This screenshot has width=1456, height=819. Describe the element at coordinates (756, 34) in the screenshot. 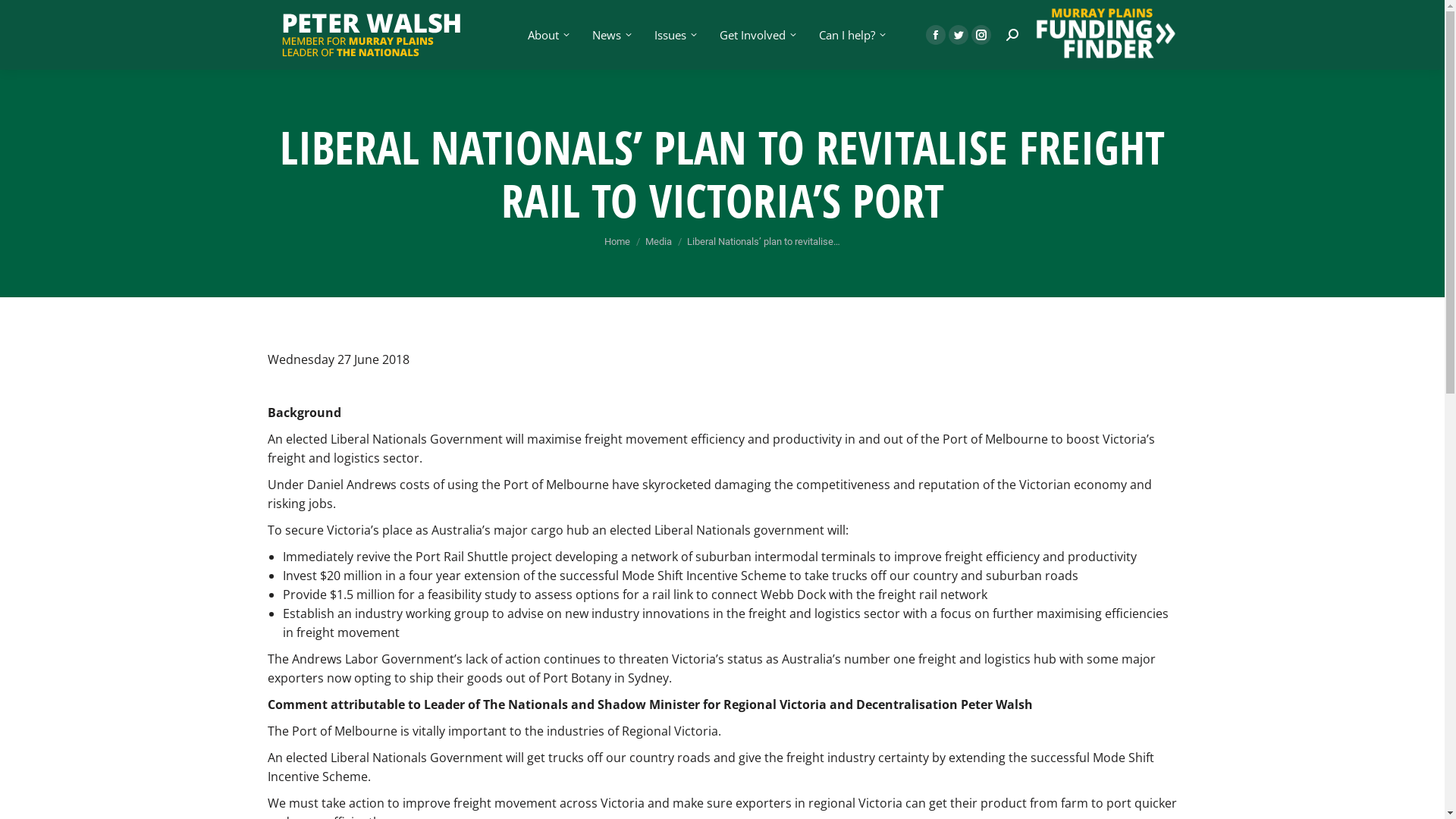

I see `'Get Involved'` at that location.